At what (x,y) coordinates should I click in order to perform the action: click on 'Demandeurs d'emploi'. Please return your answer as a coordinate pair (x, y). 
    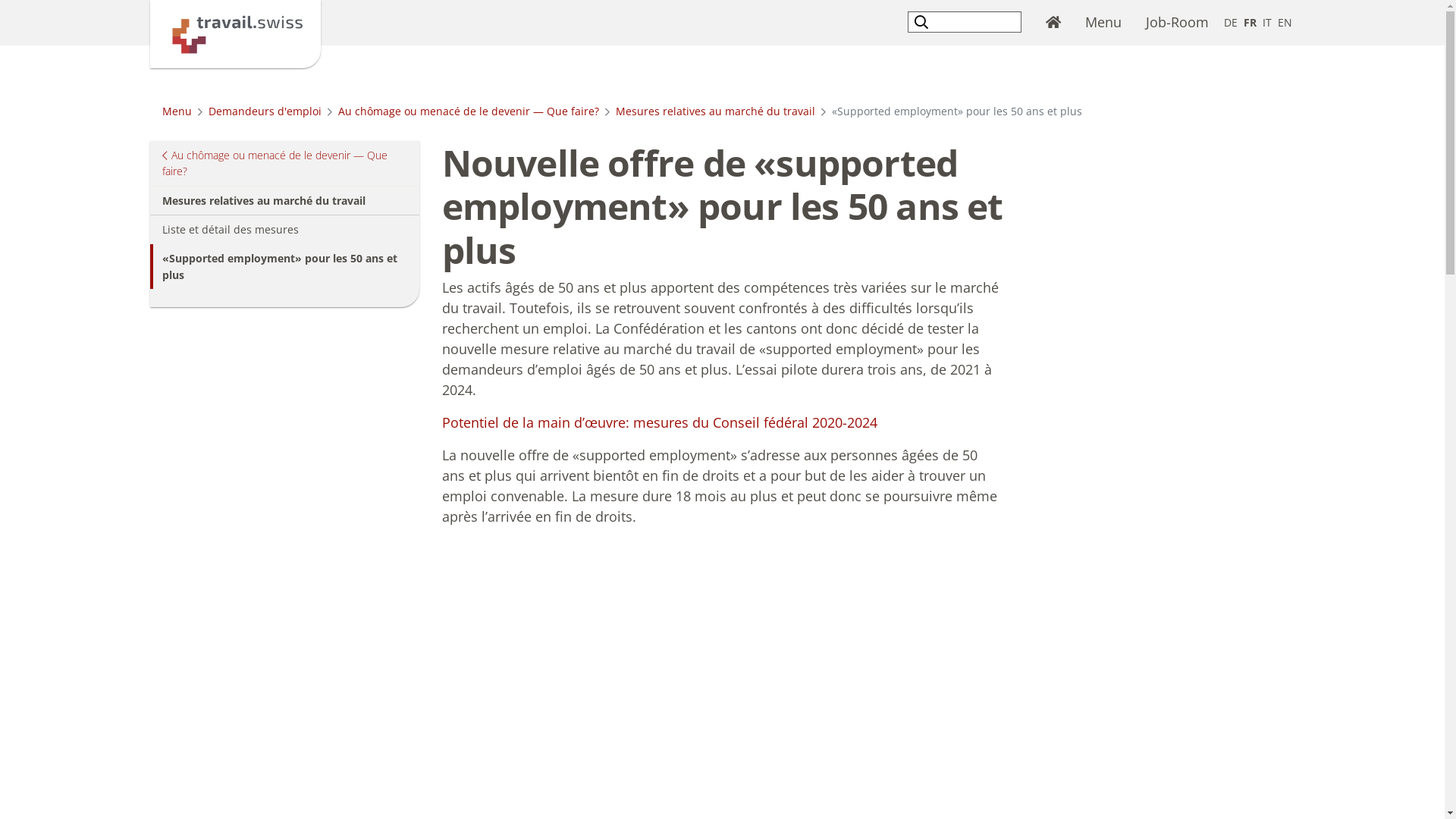
    Looking at the image, I should click on (264, 110).